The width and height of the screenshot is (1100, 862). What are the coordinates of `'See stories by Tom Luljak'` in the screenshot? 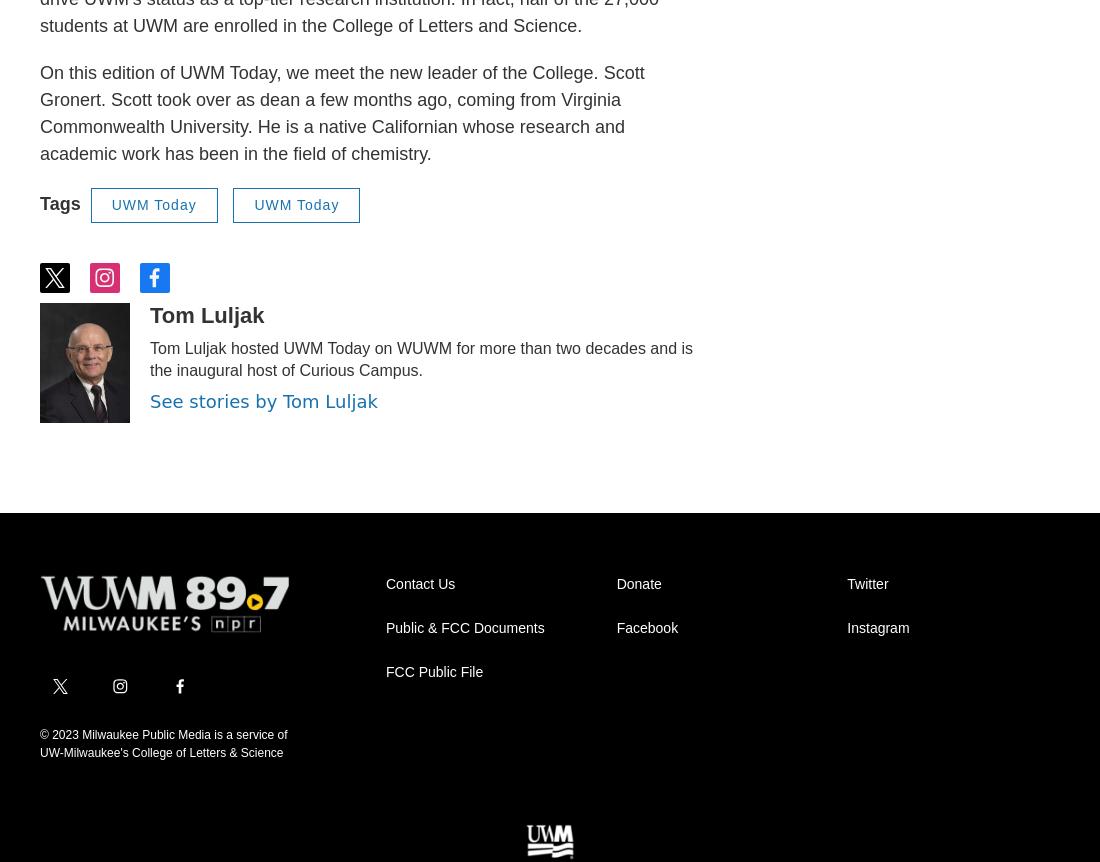 It's located at (263, 399).